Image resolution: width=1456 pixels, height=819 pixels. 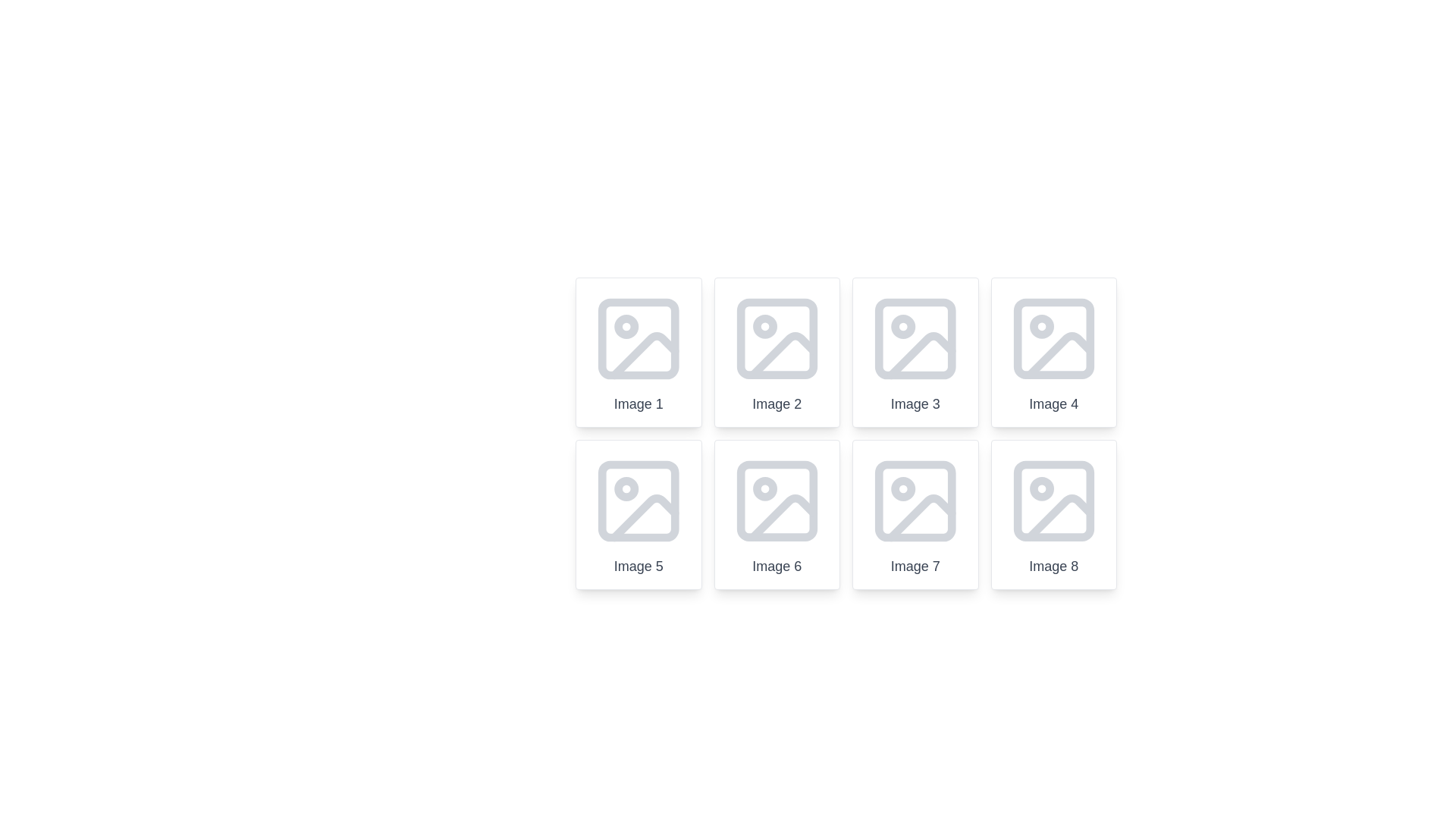 What do you see at coordinates (639, 403) in the screenshot?
I see `the text label located at the bottom-middle of the first card in the top-left corner of a 4x2 grid layout, which serves as a caption or identifier for the associated image` at bounding box center [639, 403].